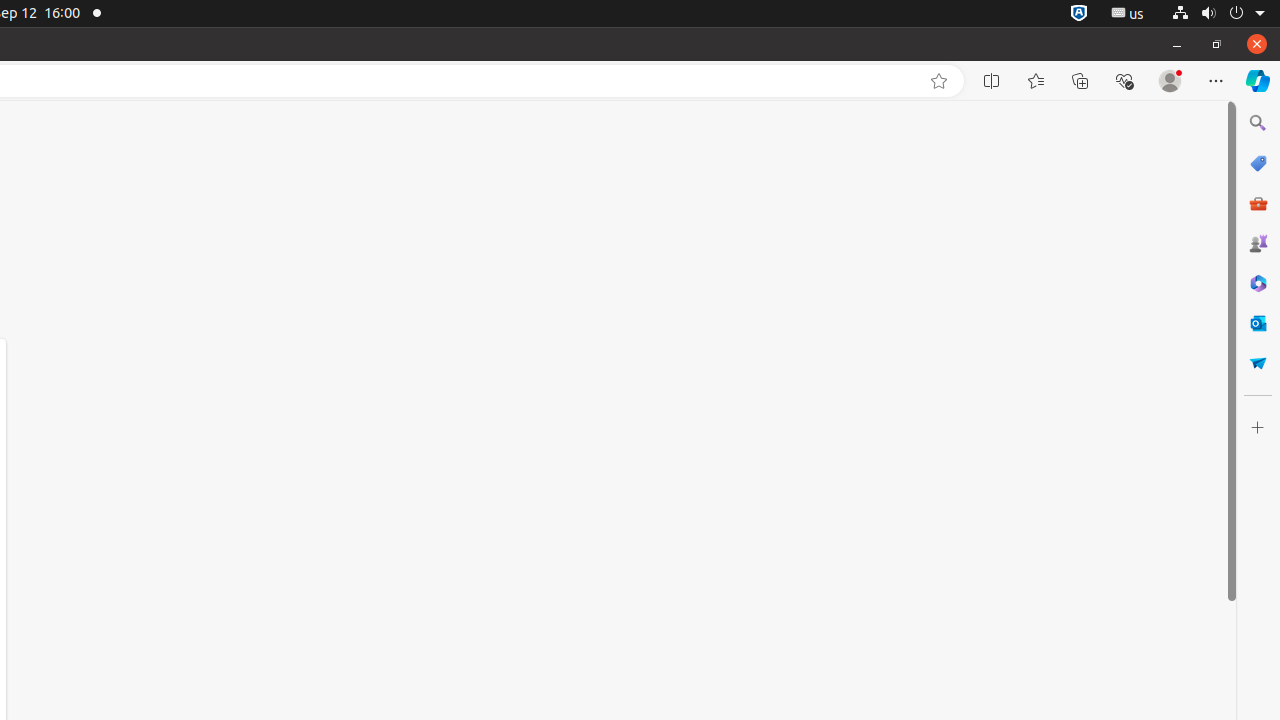 The image size is (1280, 720). I want to click on 'Browser essentials', so click(1123, 80).